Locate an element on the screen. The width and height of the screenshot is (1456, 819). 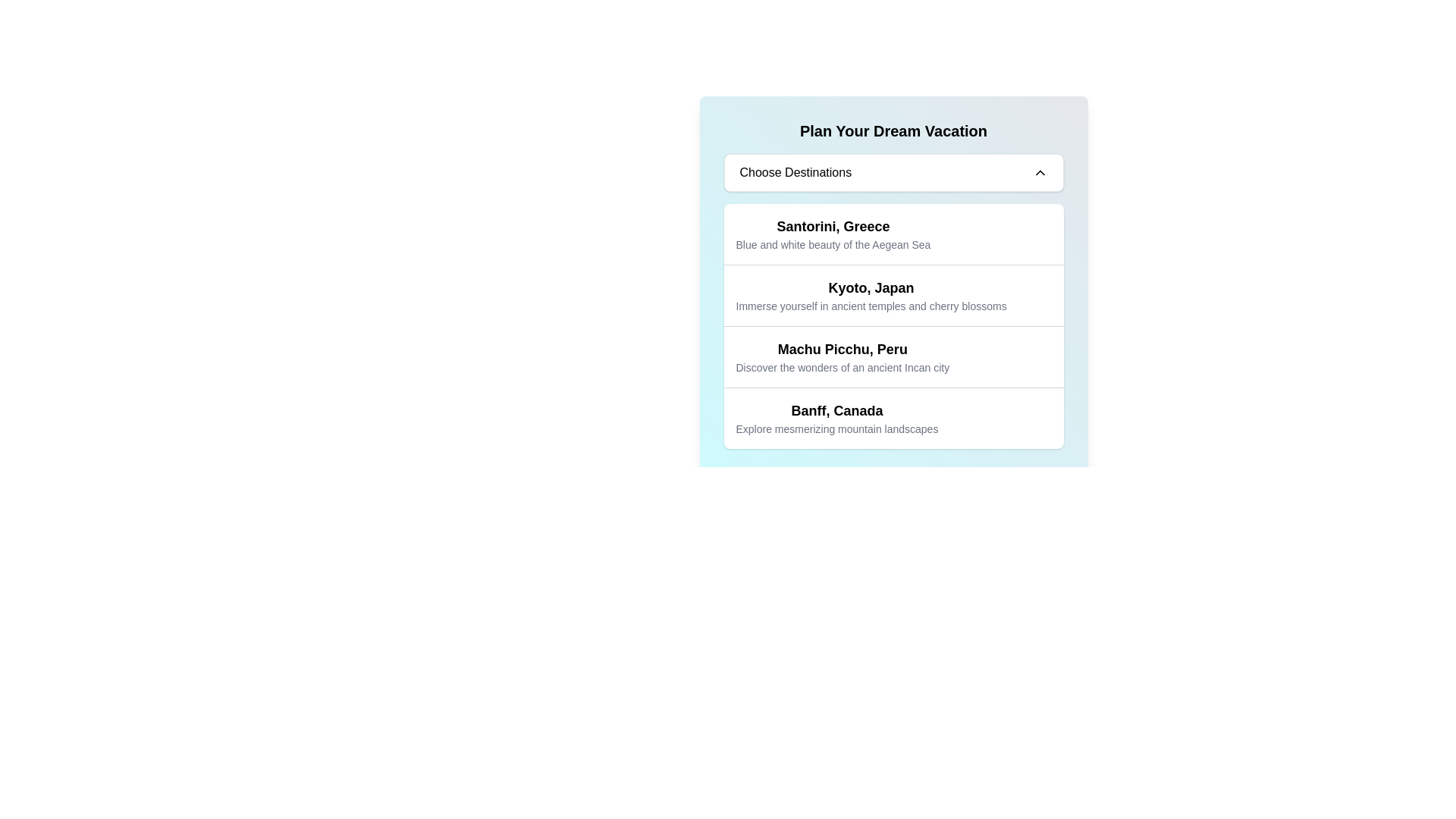
the Text Block element that displays 'Machu Picchu, Peru' and 'Discover the wonders of an ancient Incan city', located between 'Kyoto, Japan' and 'Banff, Canada' in the destination options list is located at coordinates (842, 356).